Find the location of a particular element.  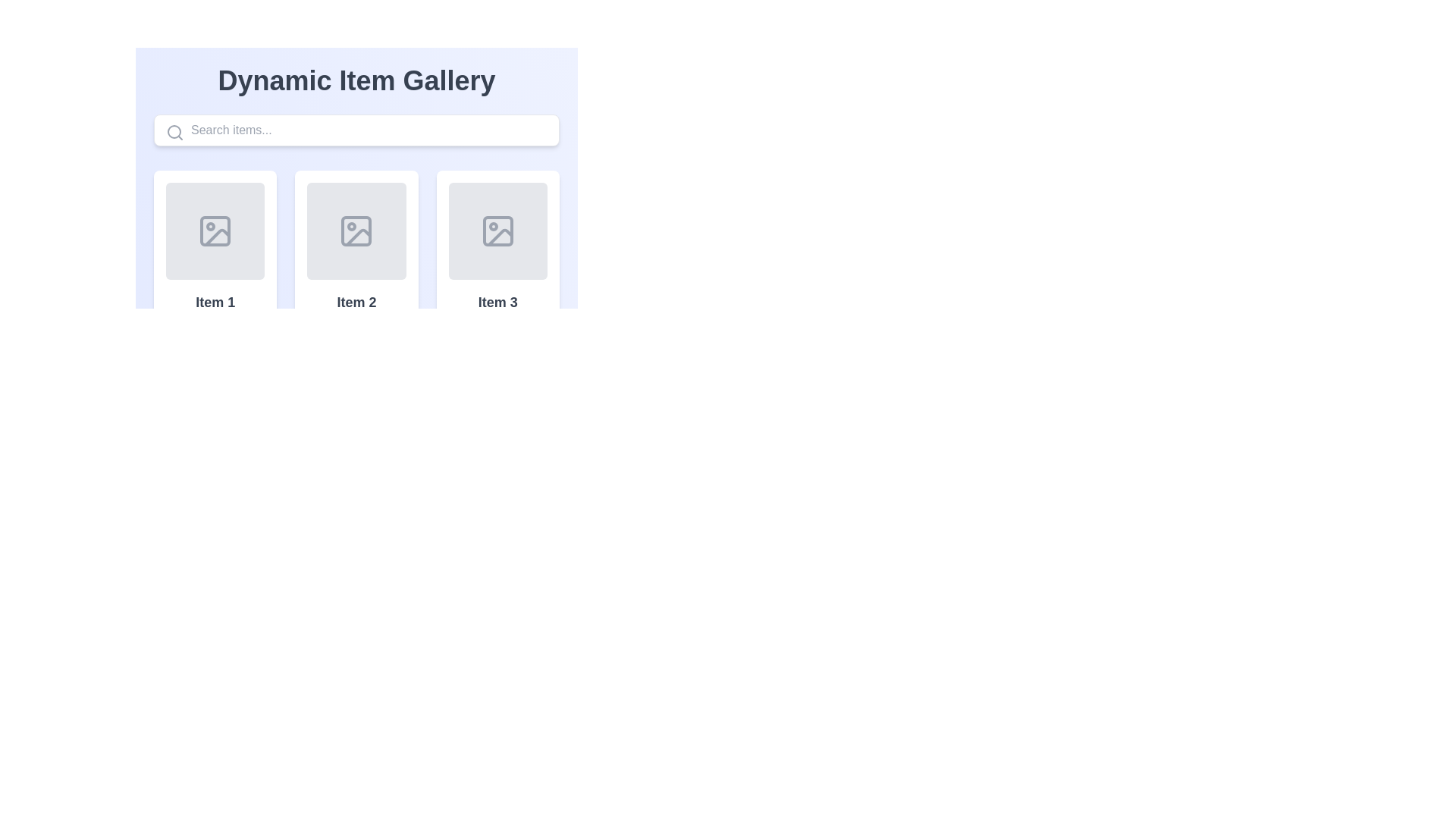

the rounded rectangle graphical component with a light gray border that is centrally positioned within the icon for 'Item 3' is located at coordinates (497, 231).